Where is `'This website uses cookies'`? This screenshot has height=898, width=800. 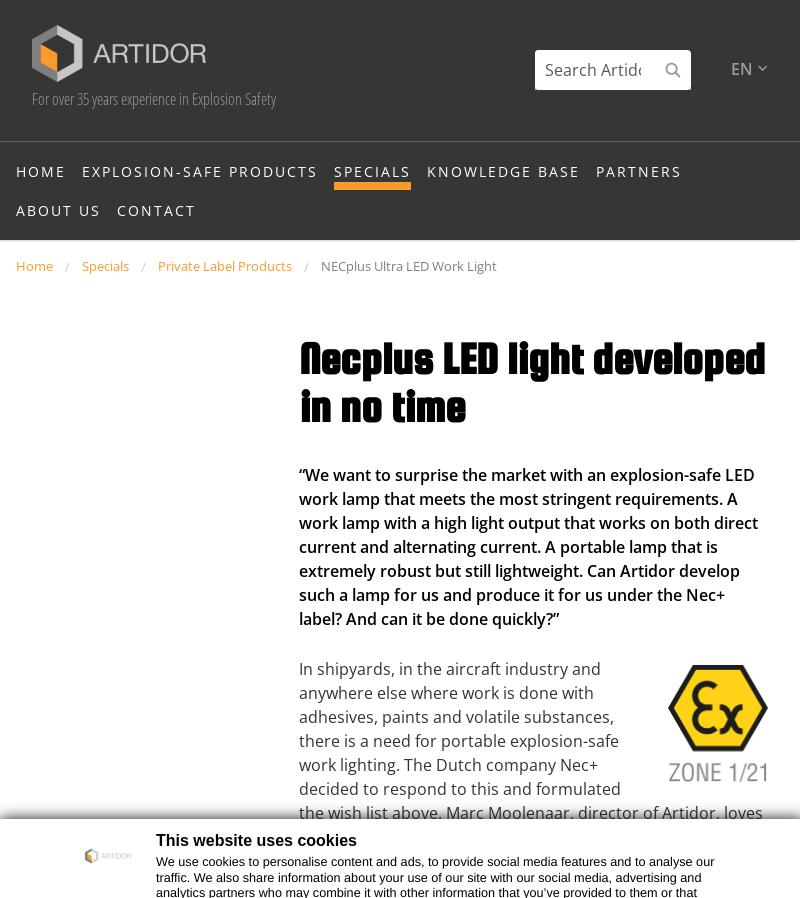 'This website uses cookies' is located at coordinates (255, 840).